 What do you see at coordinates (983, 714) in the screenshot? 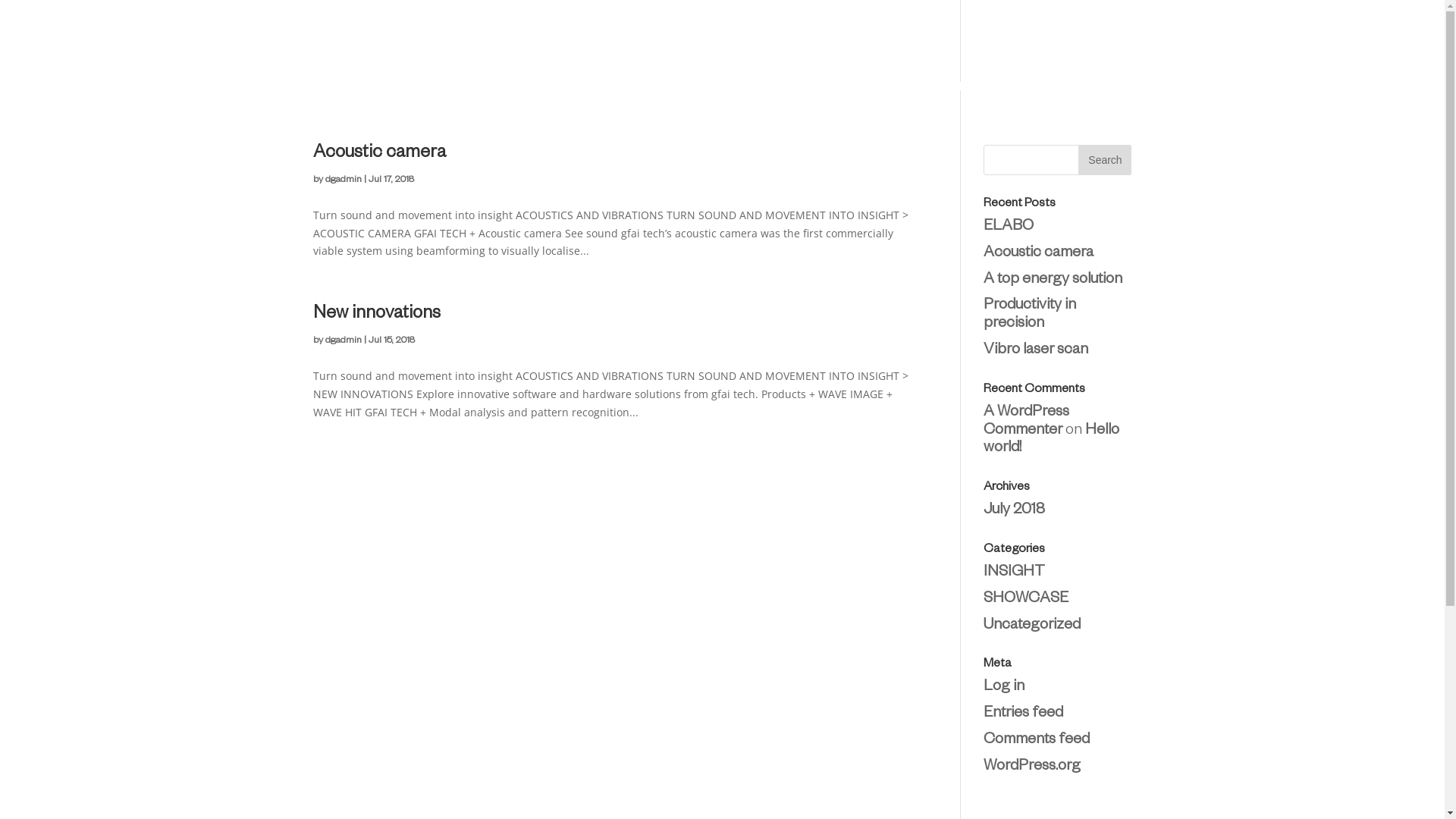
I see `'Entries feed'` at bounding box center [983, 714].